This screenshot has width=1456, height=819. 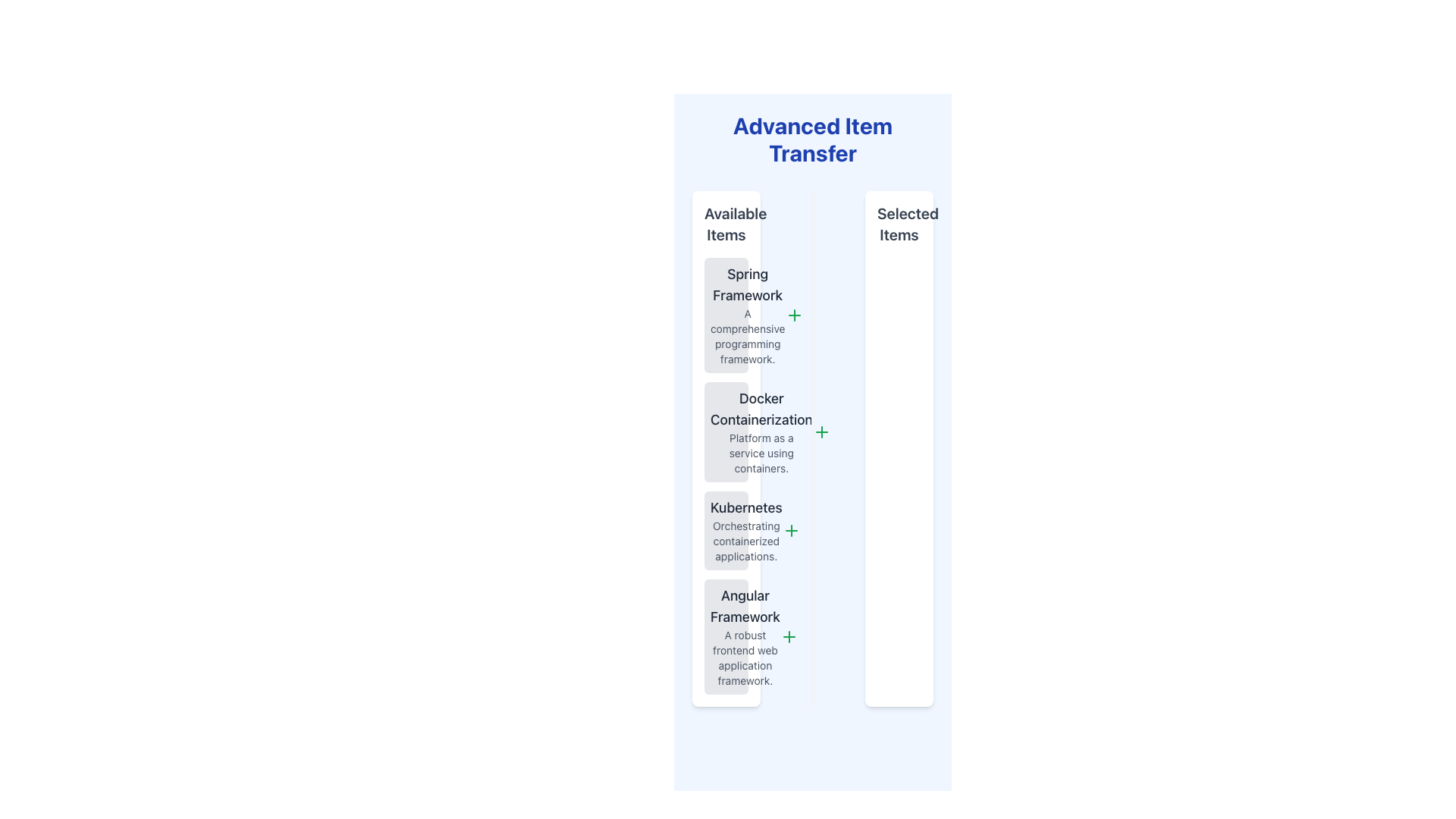 I want to click on the green plus symbol button located on the right side of the 'Kubernetes Orchestrating containerized applications.' row to change its appearance, so click(x=790, y=529).